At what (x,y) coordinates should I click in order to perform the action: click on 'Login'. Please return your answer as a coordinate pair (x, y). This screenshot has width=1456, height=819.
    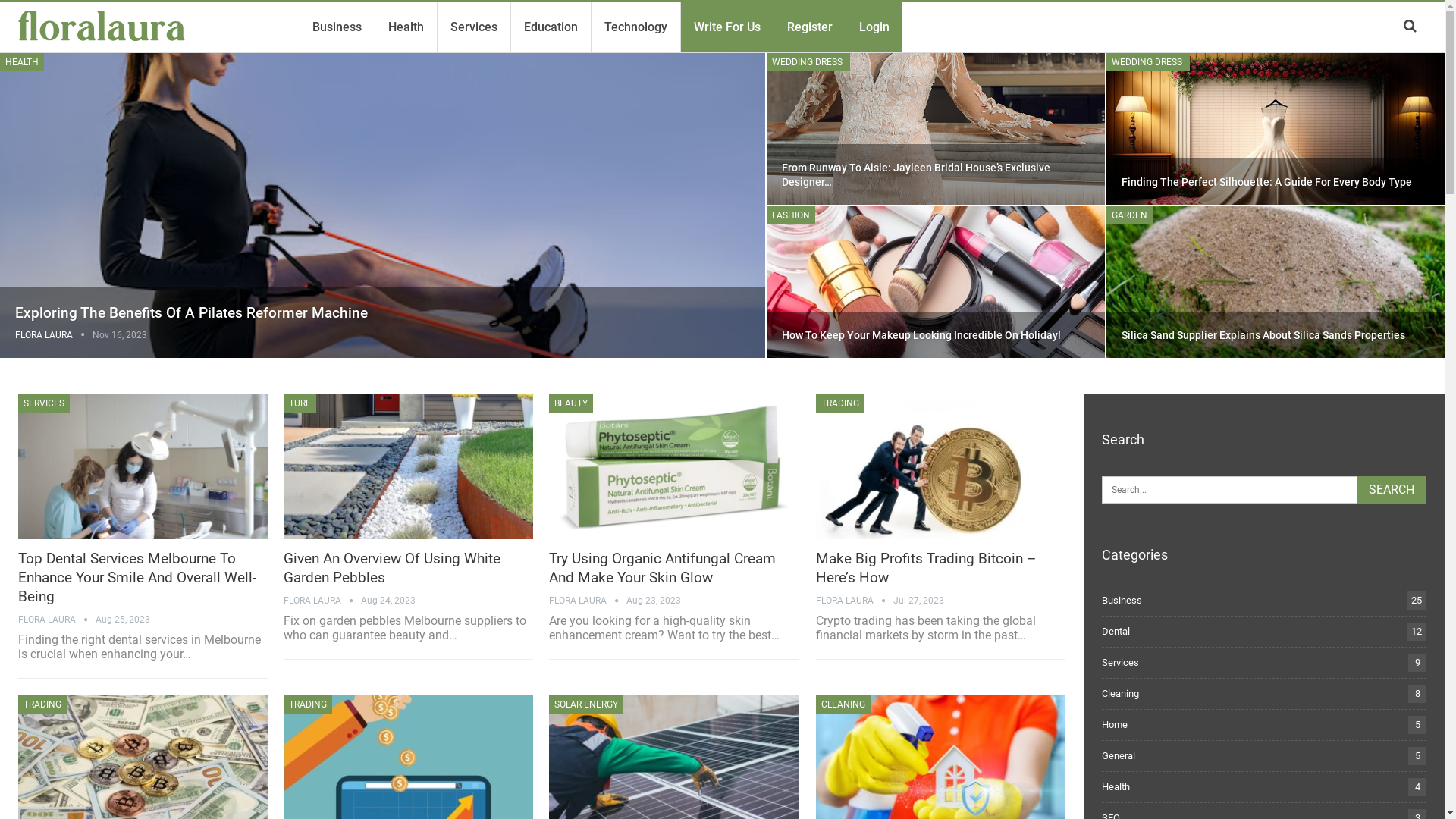
    Looking at the image, I should click on (854, 27).